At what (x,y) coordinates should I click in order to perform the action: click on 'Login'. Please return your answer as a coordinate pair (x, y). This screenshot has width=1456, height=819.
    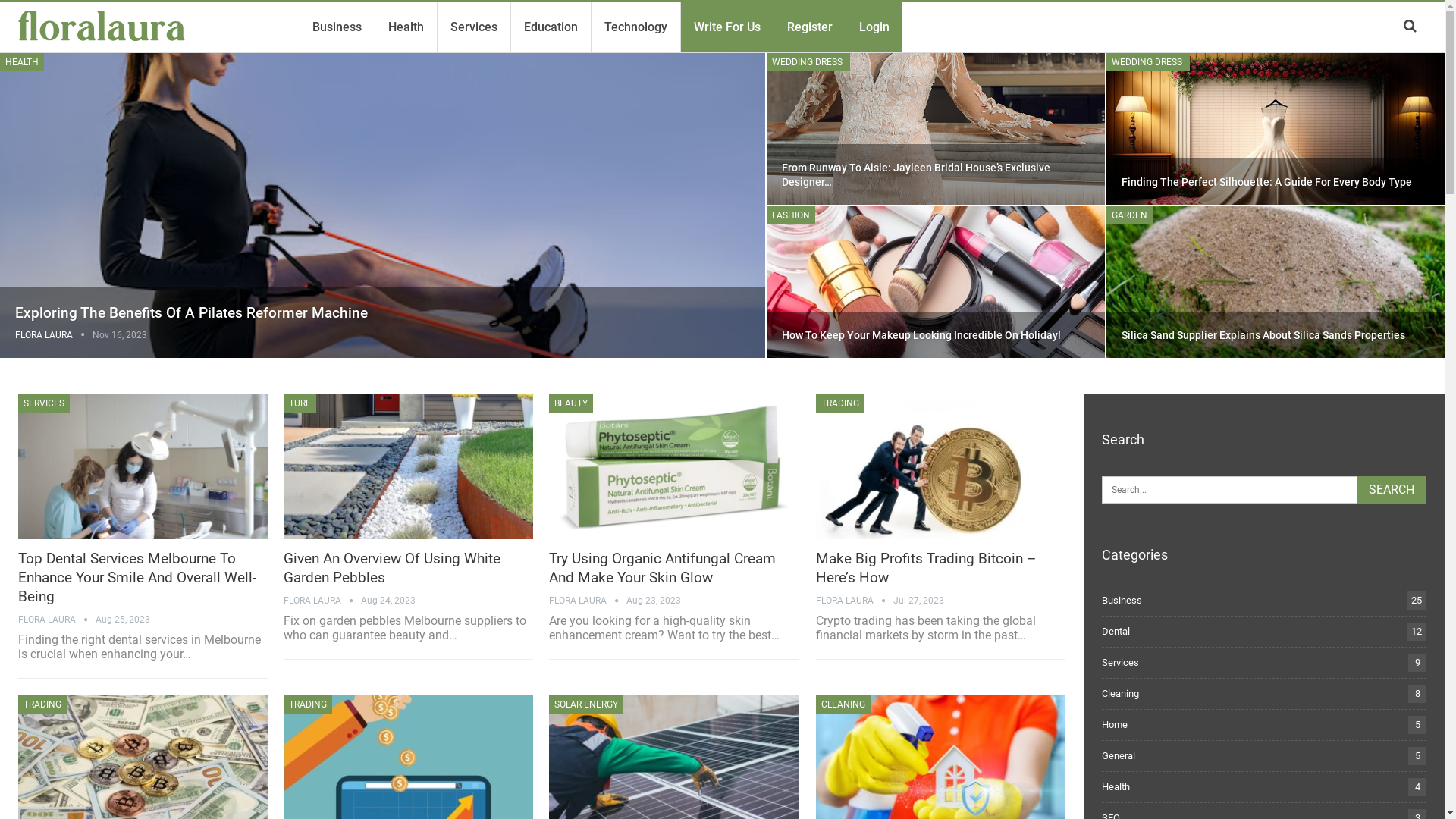
    Looking at the image, I should click on (854, 27).